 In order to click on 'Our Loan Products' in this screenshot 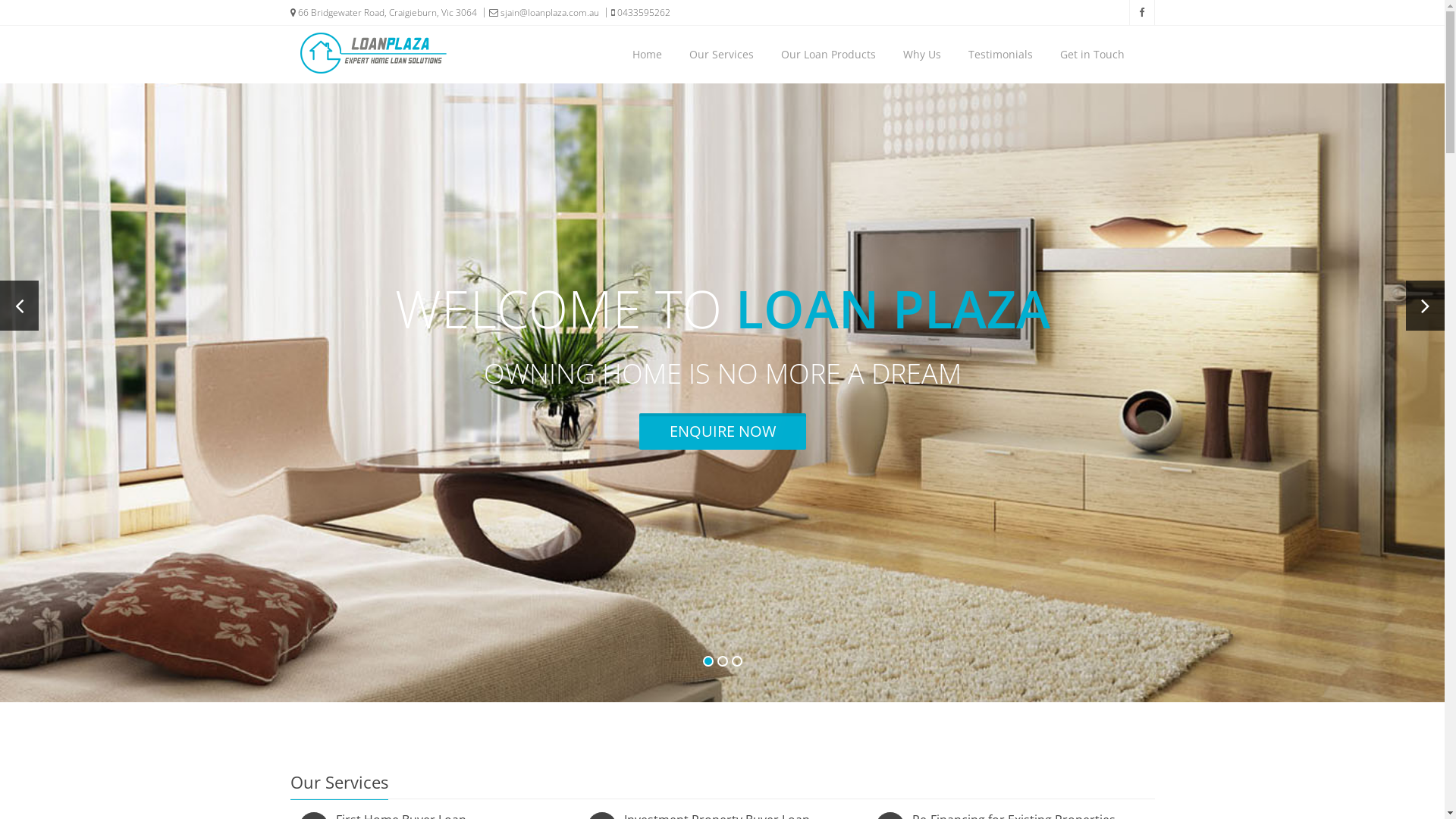, I will do `click(827, 54)`.